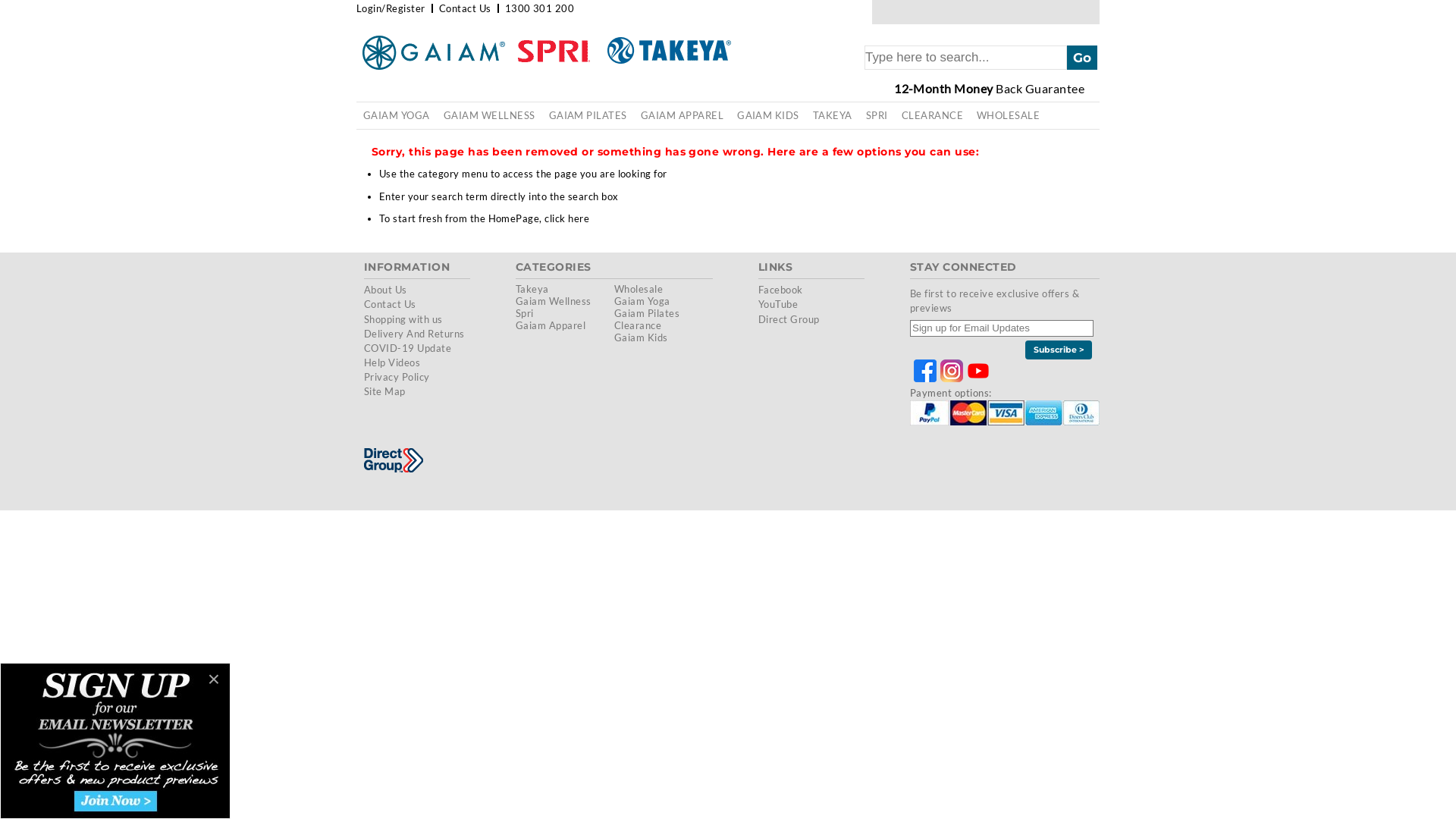  Describe the element at coordinates (778, 304) in the screenshot. I see `'YouTube'` at that location.